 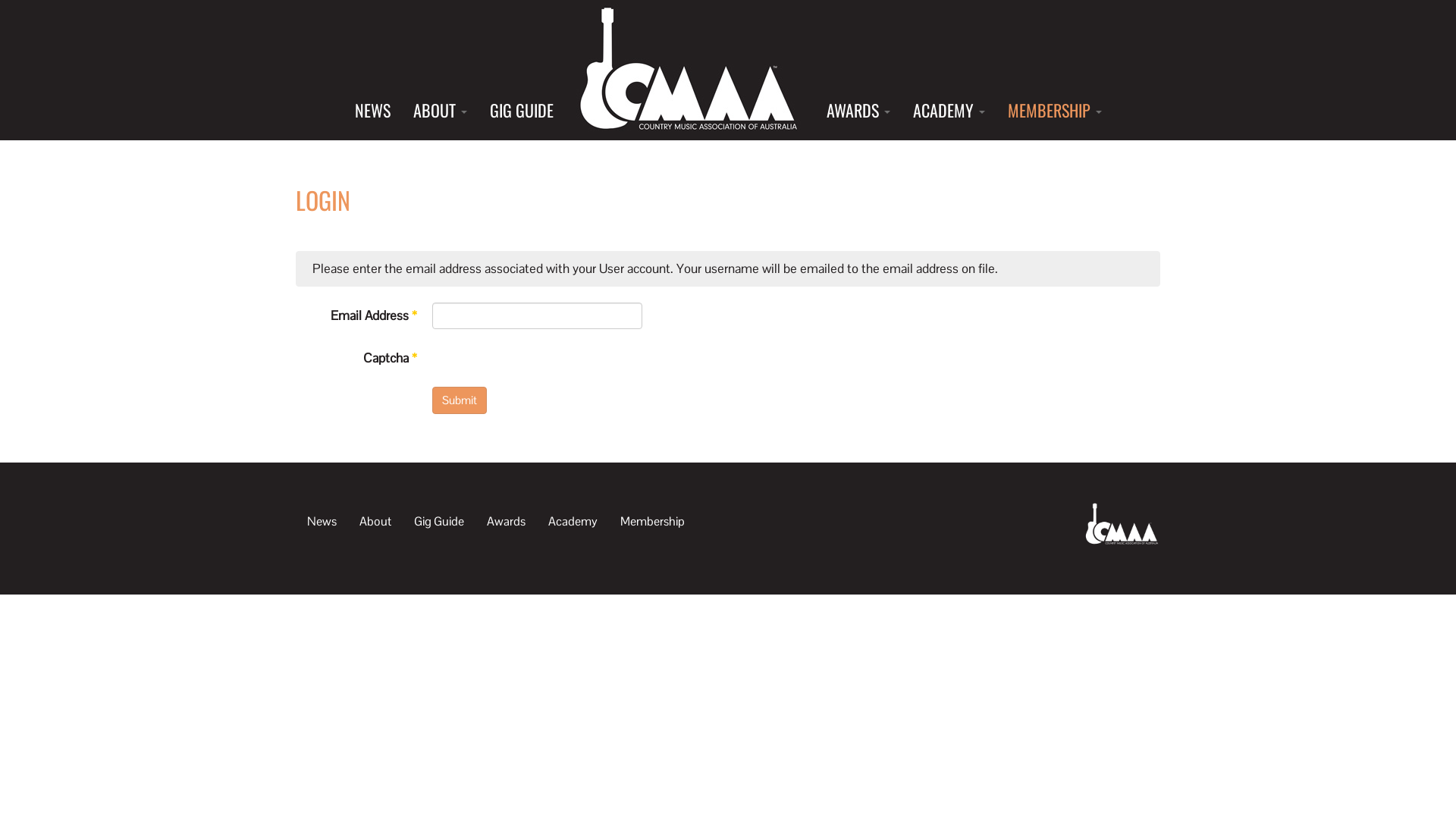 I want to click on 'Membership', so click(x=652, y=519).